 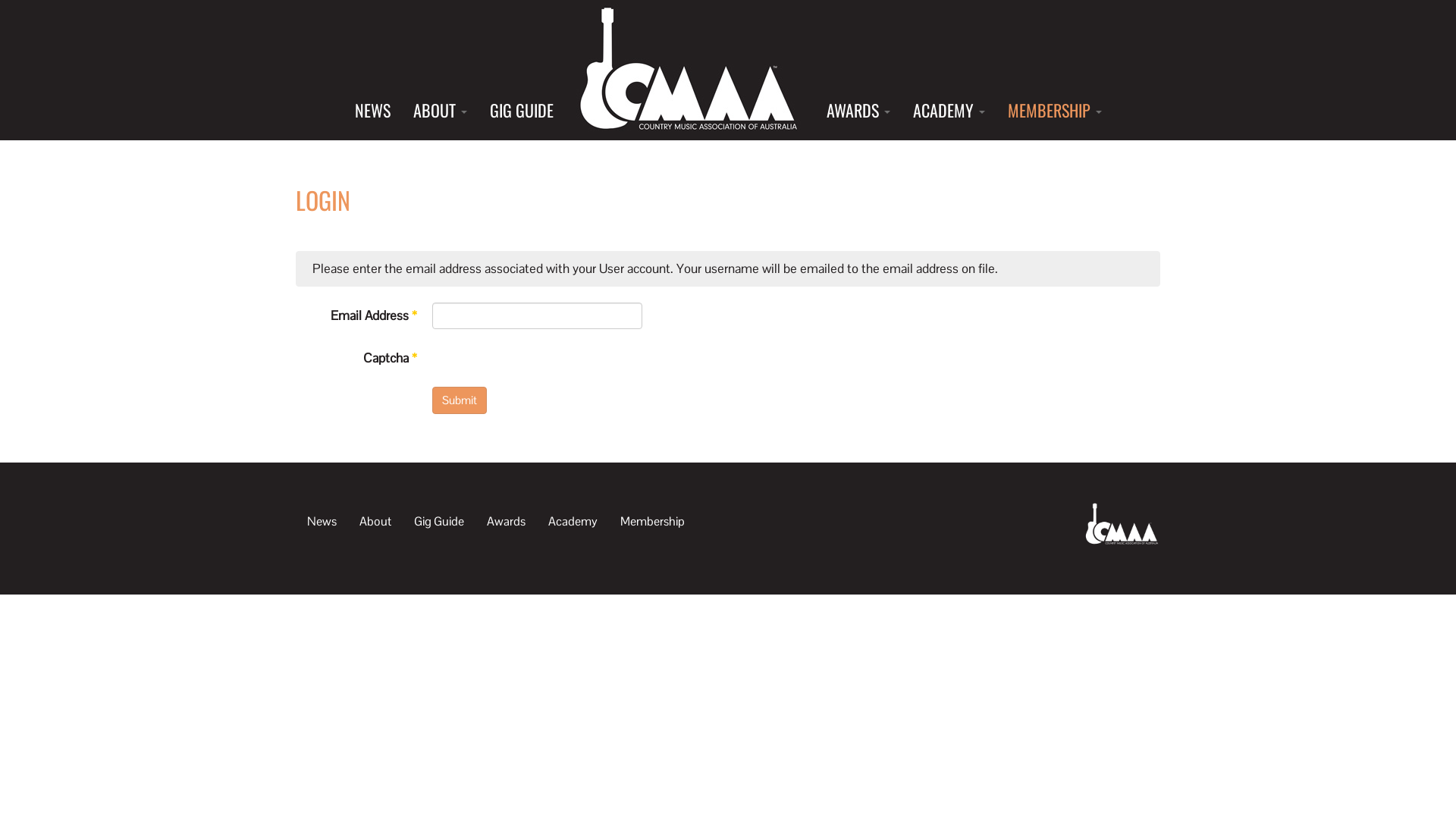 I want to click on 'Membership', so click(x=652, y=519).